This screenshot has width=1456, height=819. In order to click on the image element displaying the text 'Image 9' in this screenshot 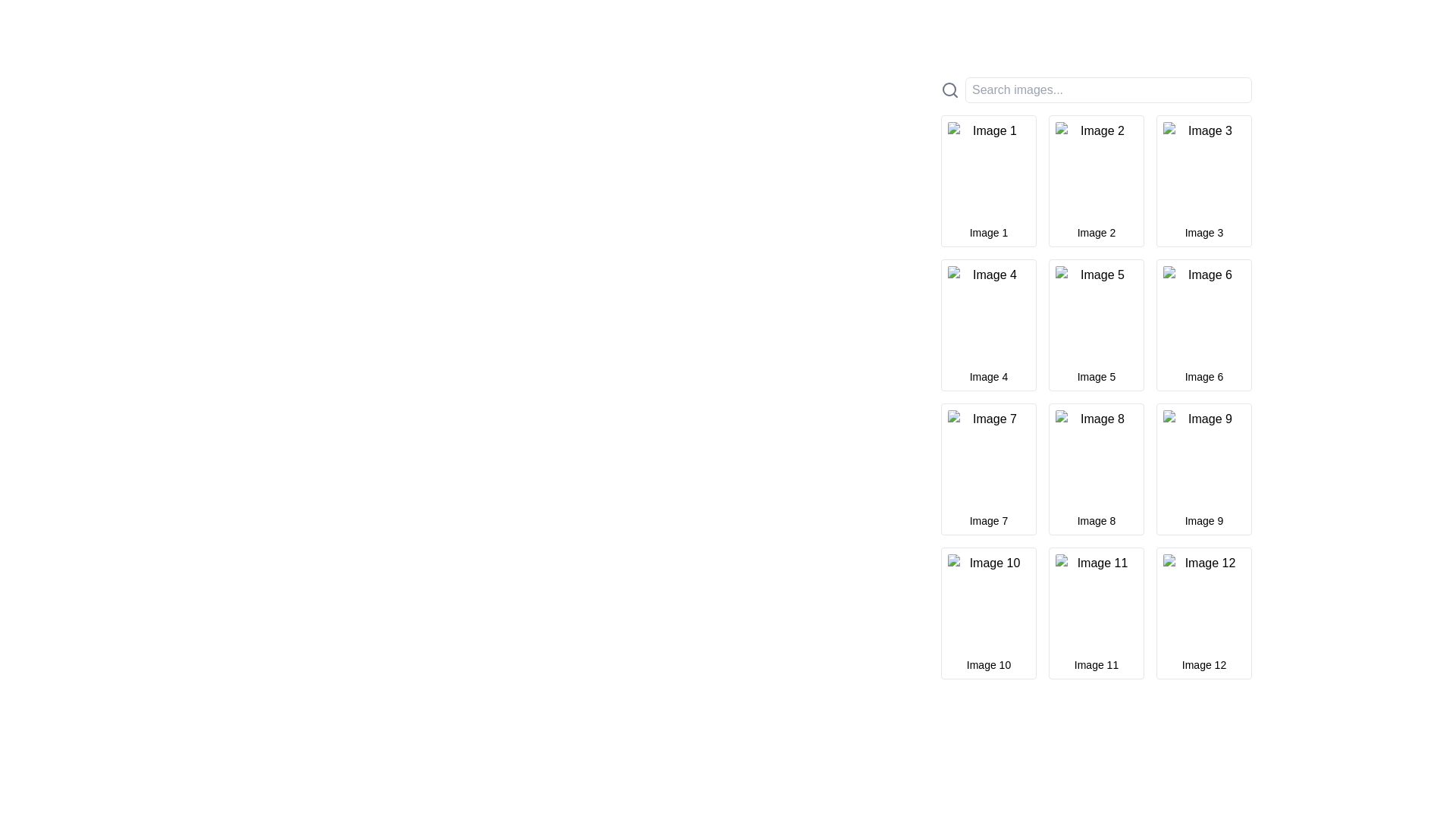, I will do `click(1203, 458)`.